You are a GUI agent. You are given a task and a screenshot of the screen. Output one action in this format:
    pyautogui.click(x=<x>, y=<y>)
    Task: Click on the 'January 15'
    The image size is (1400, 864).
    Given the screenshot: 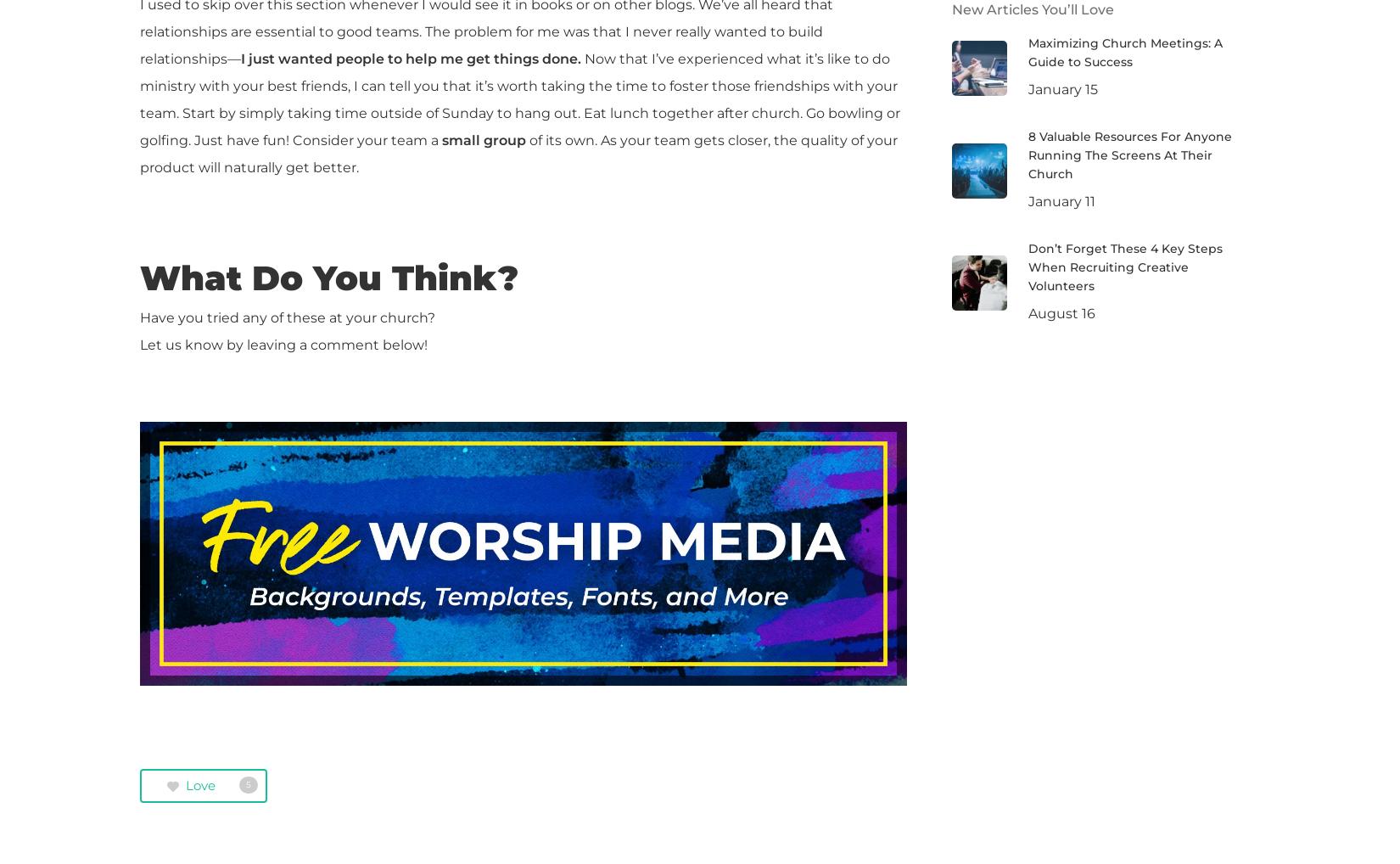 What is the action you would take?
    pyautogui.click(x=1027, y=87)
    